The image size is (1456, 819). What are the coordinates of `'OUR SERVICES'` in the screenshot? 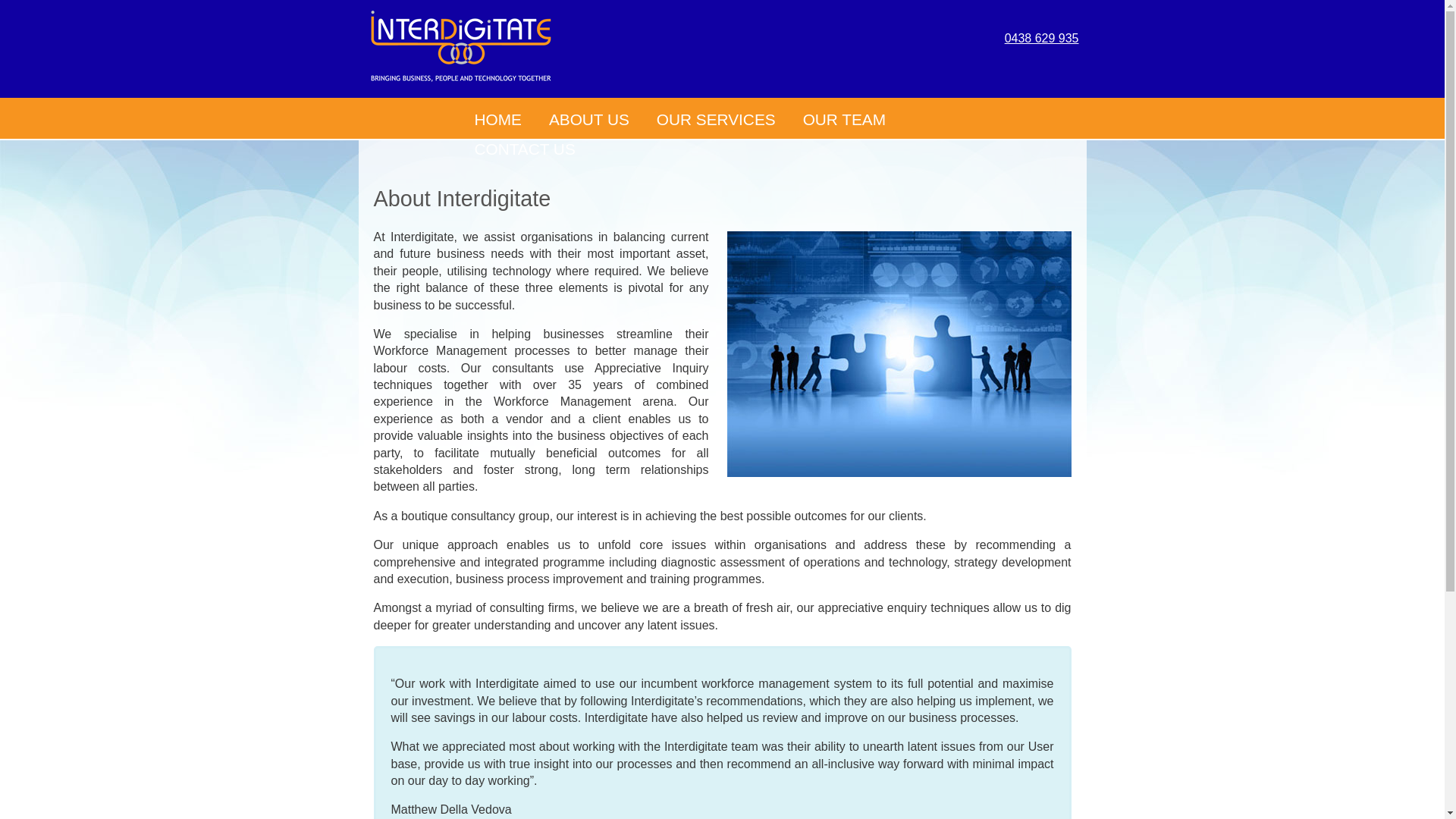 It's located at (715, 119).